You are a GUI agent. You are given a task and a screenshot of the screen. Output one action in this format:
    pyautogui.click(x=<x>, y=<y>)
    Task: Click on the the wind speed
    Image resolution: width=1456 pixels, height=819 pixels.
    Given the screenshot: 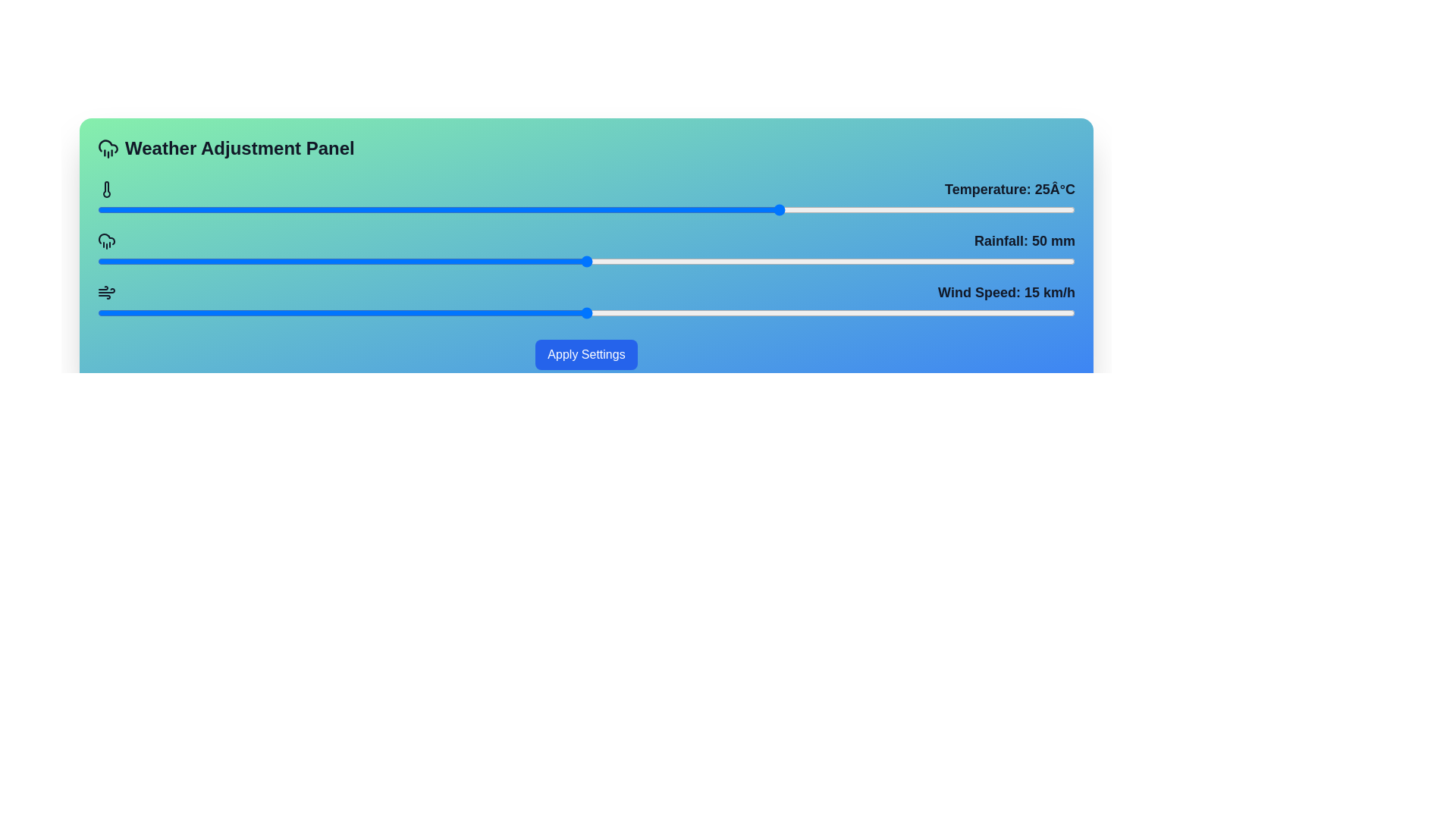 What is the action you would take?
    pyautogui.click(x=619, y=312)
    